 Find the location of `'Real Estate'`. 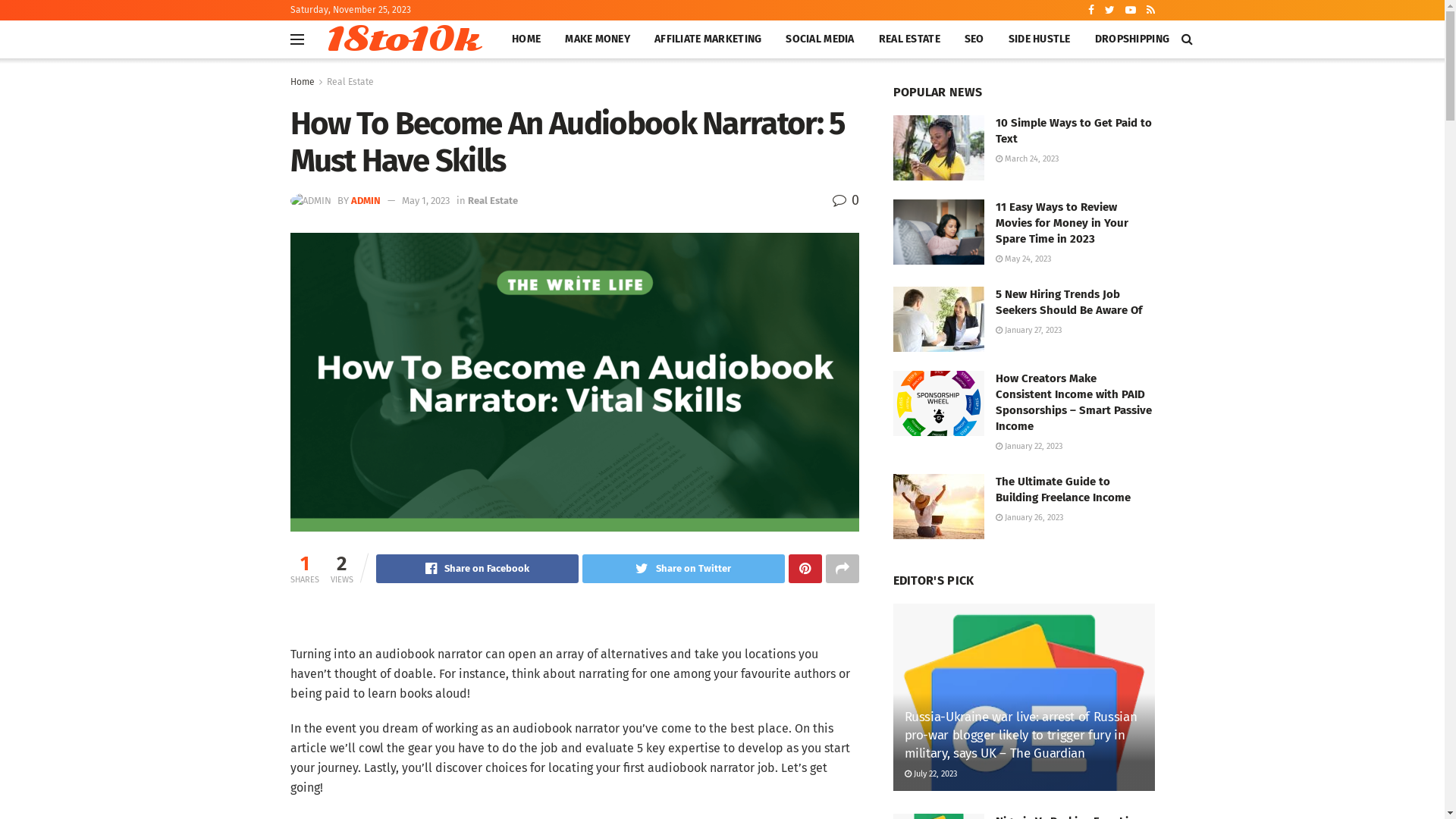

'Real Estate' is located at coordinates (491, 199).